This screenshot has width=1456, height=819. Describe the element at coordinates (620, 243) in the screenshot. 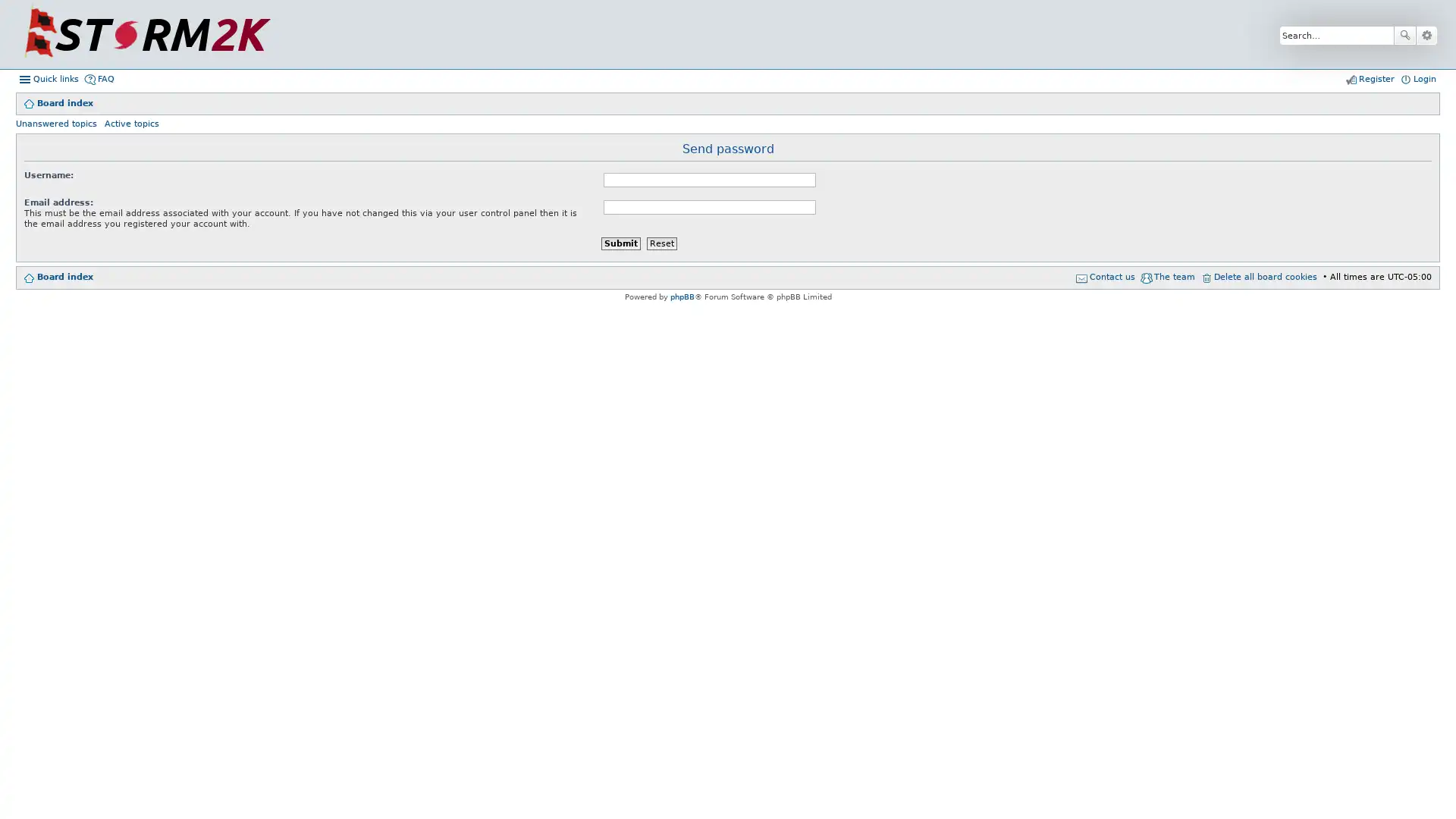

I see `Submit` at that location.